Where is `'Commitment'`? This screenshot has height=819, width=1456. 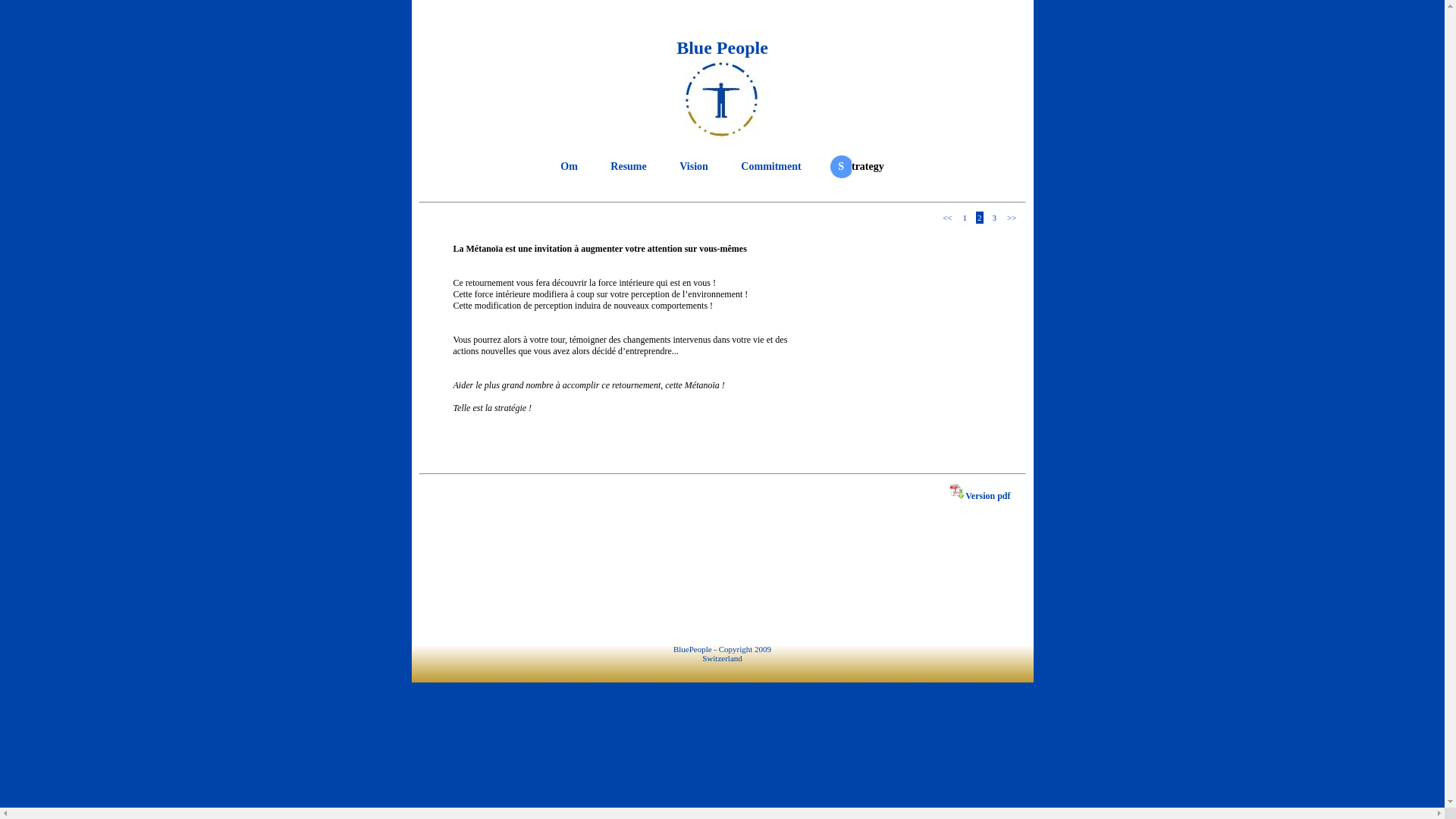
'Commitment' is located at coordinates (736, 166).